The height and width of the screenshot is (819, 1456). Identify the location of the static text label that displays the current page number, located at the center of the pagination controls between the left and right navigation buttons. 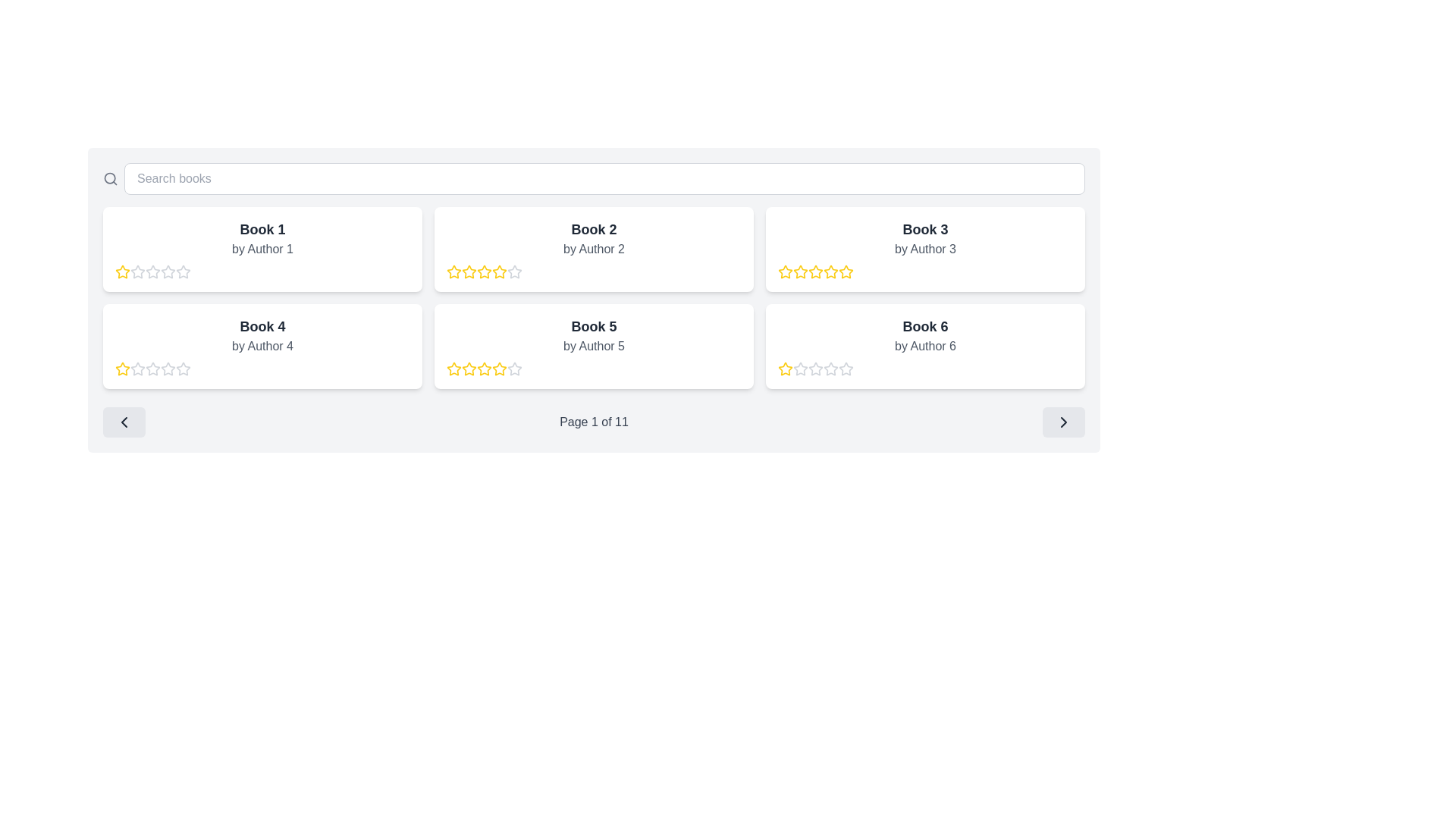
(593, 422).